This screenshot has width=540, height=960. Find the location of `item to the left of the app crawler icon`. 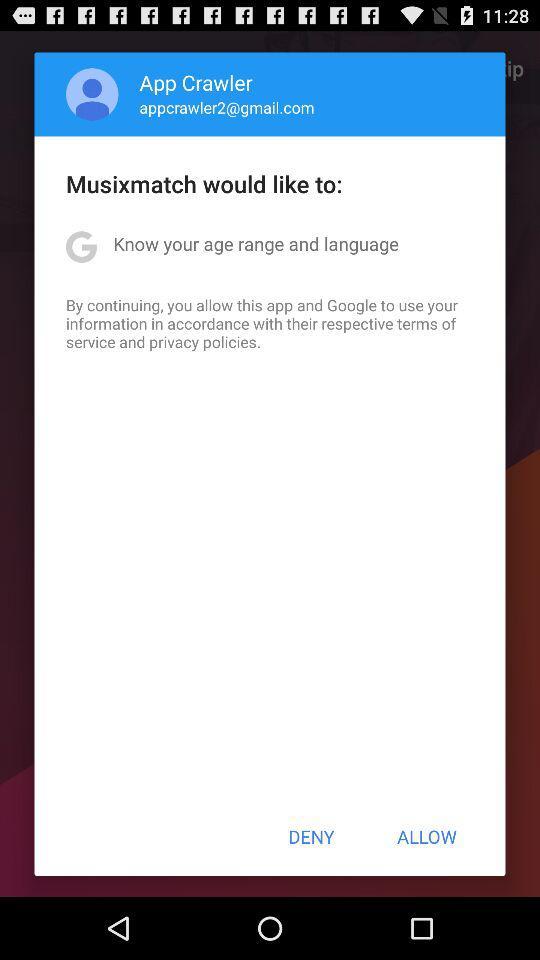

item to the left of the app crawler icon is located at coordinates (91, 94).